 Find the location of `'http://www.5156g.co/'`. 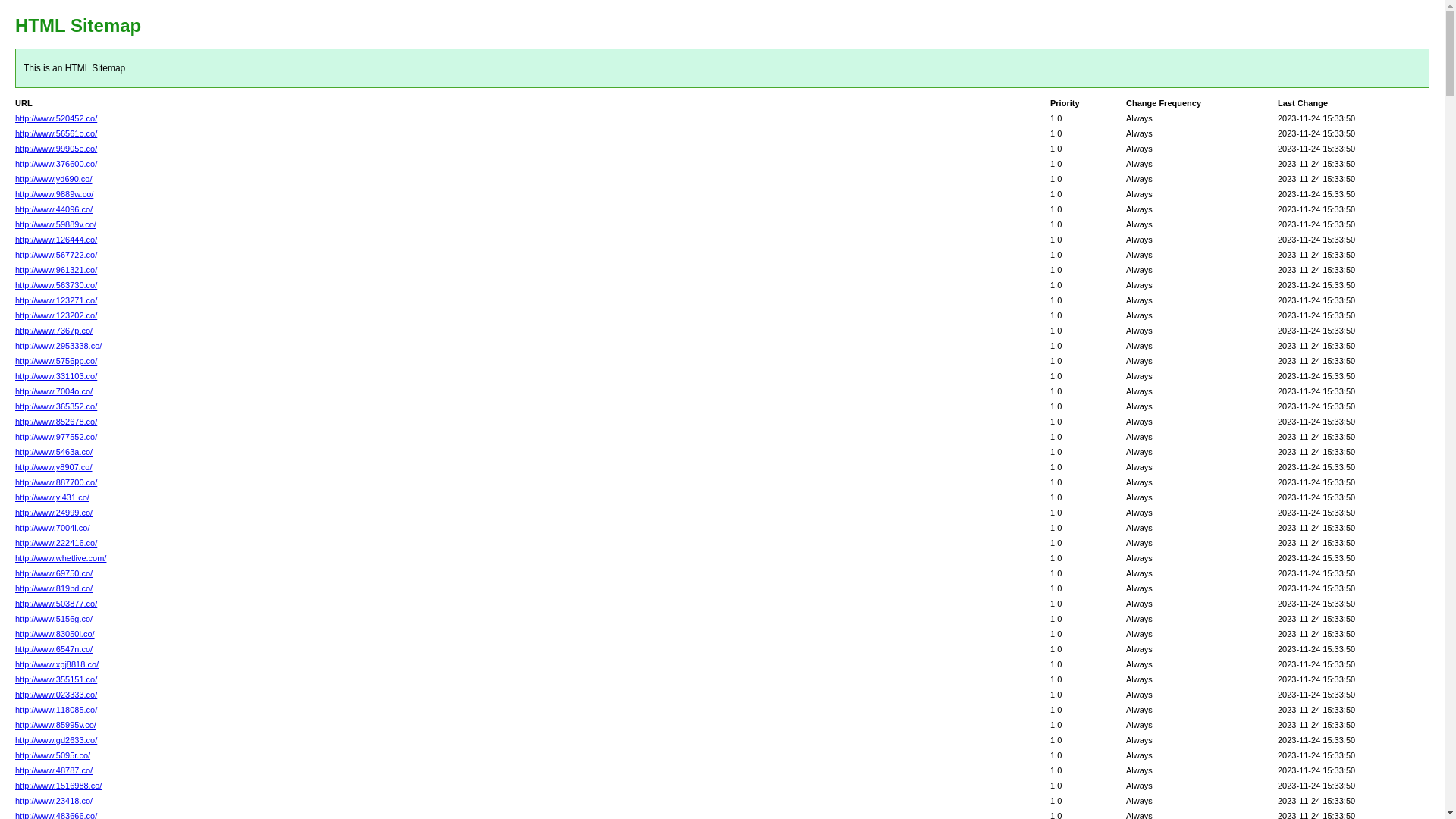

'http://www.5156g.co/' is located at coordinates (54, 619).